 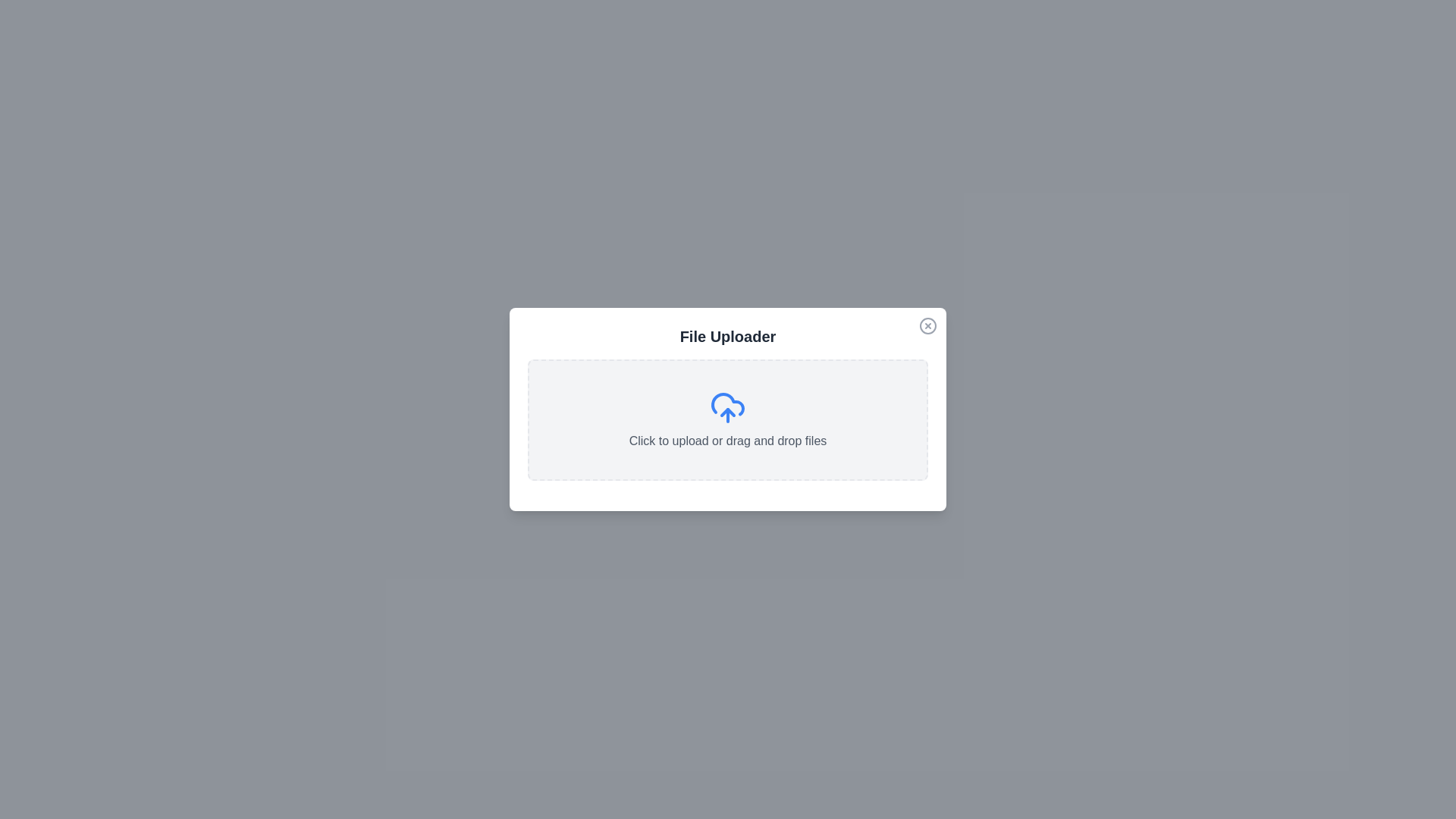 I want to click on the close button located at the top-right corner of the dialog, so click(x=927, y=325).